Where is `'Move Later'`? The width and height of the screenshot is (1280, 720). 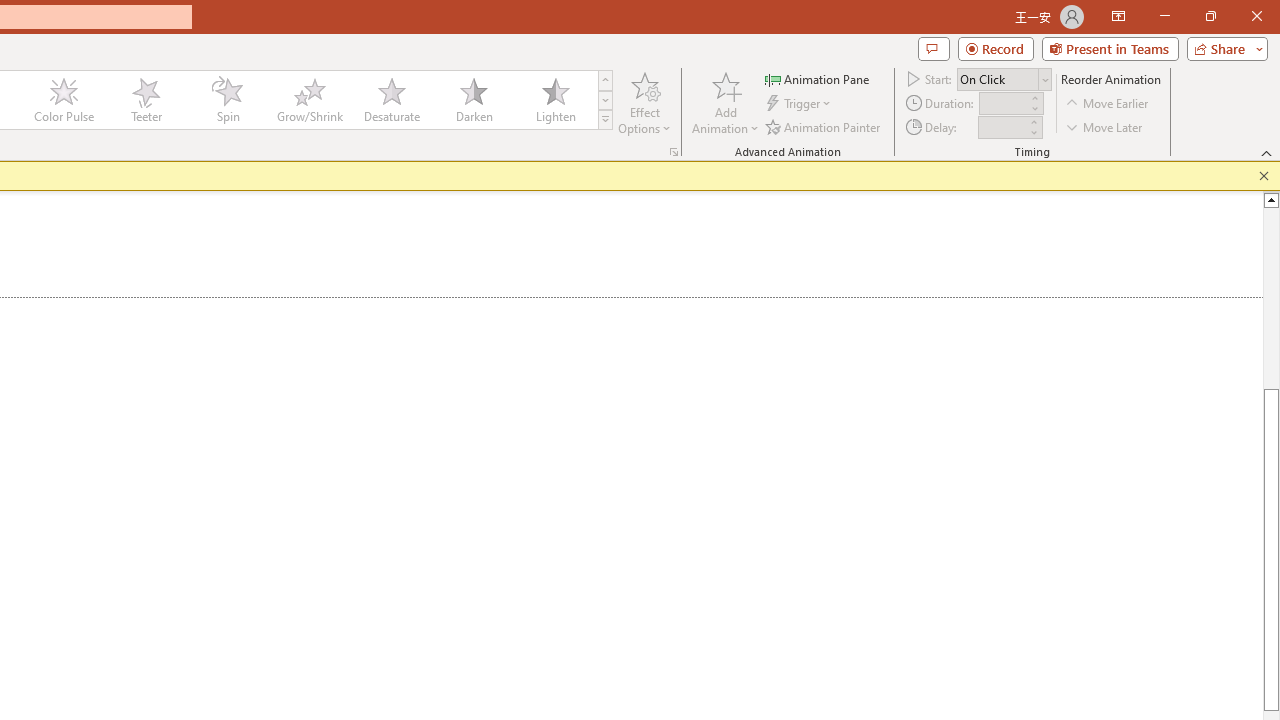 'Move Later' is located at coordinates (1104, 127).